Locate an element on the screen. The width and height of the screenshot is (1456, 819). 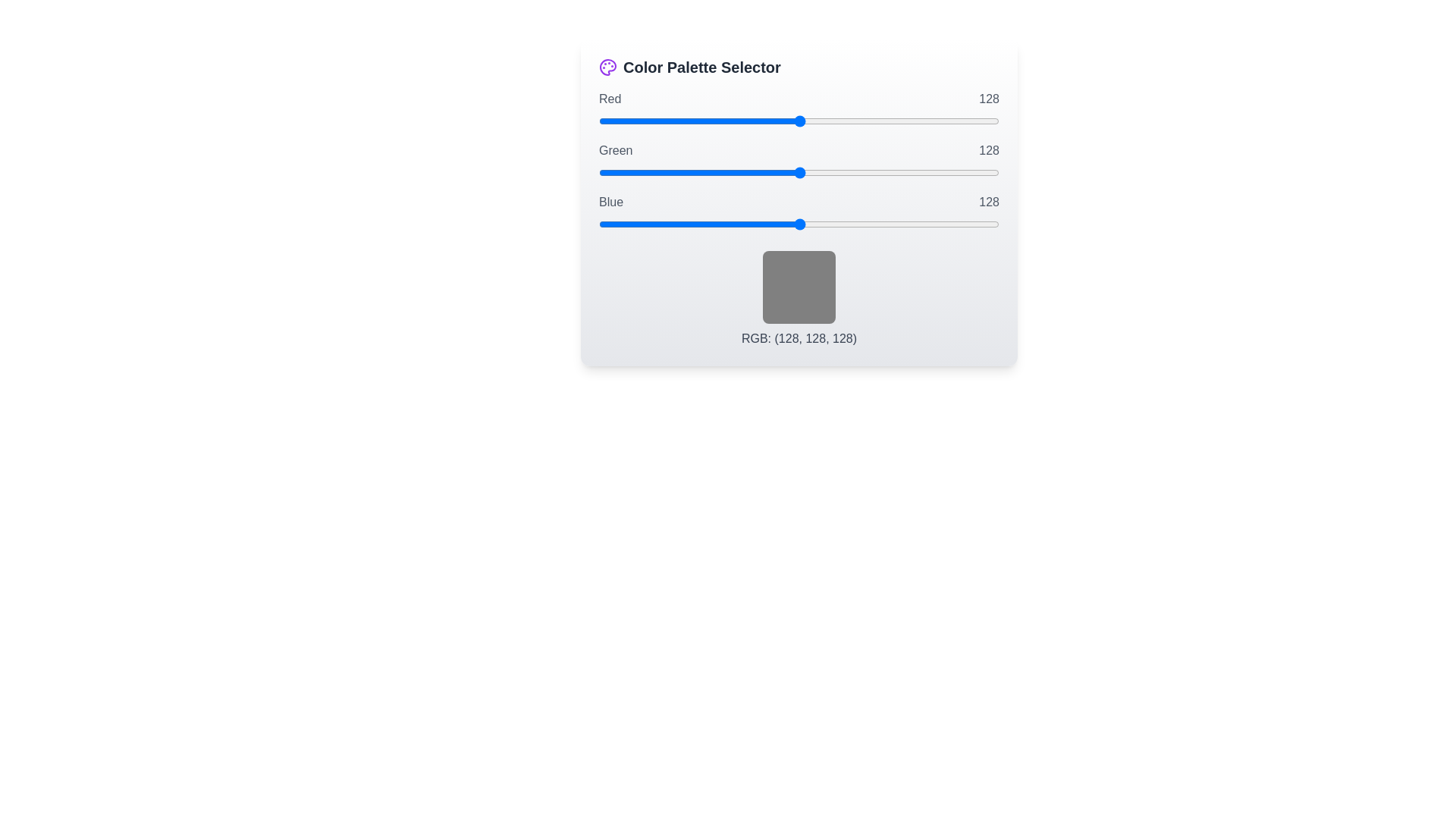
the red slider to set its value to 198 is located at coordinates (910, 120).